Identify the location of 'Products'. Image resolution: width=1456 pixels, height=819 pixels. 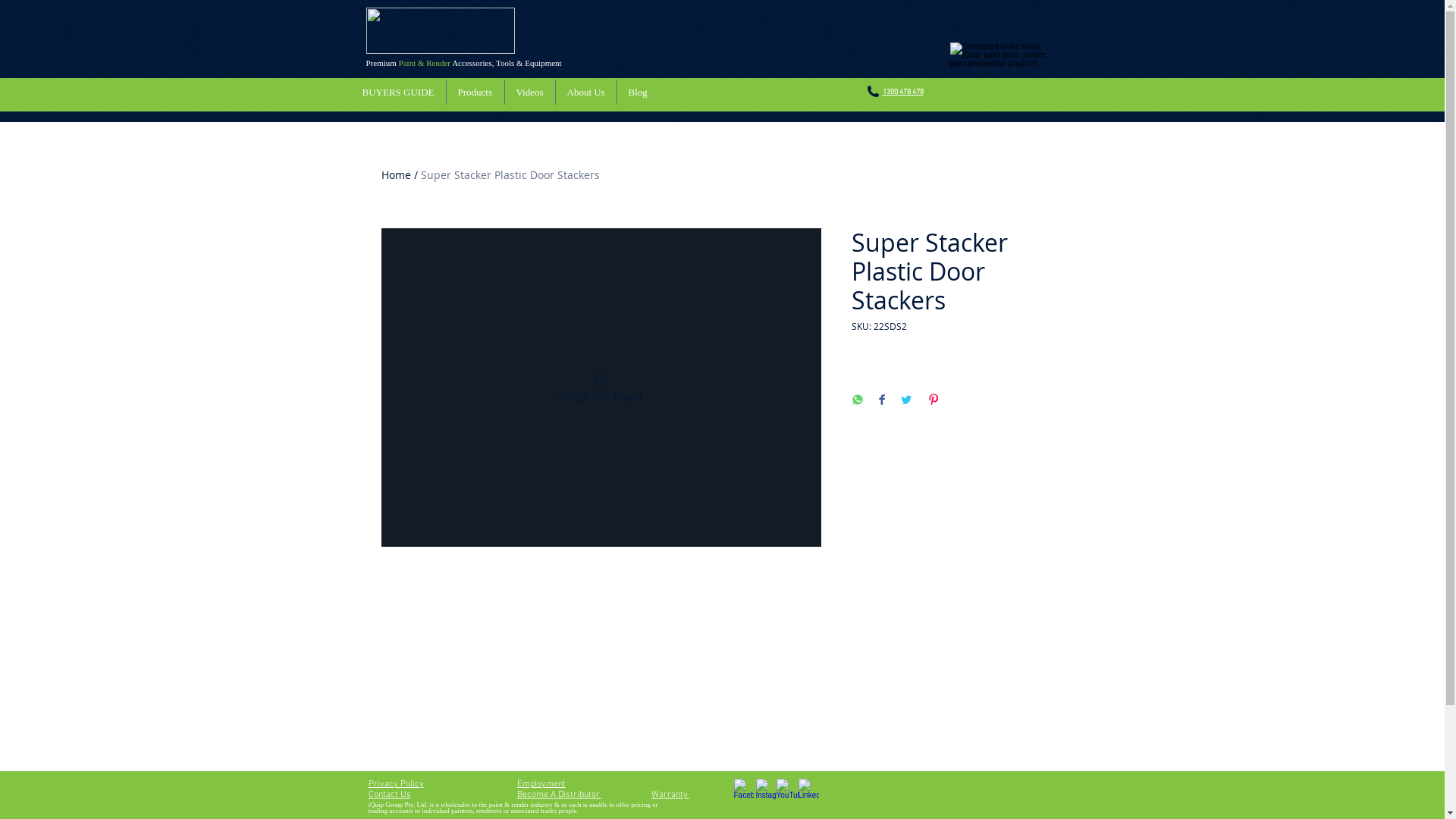
(445, 92).